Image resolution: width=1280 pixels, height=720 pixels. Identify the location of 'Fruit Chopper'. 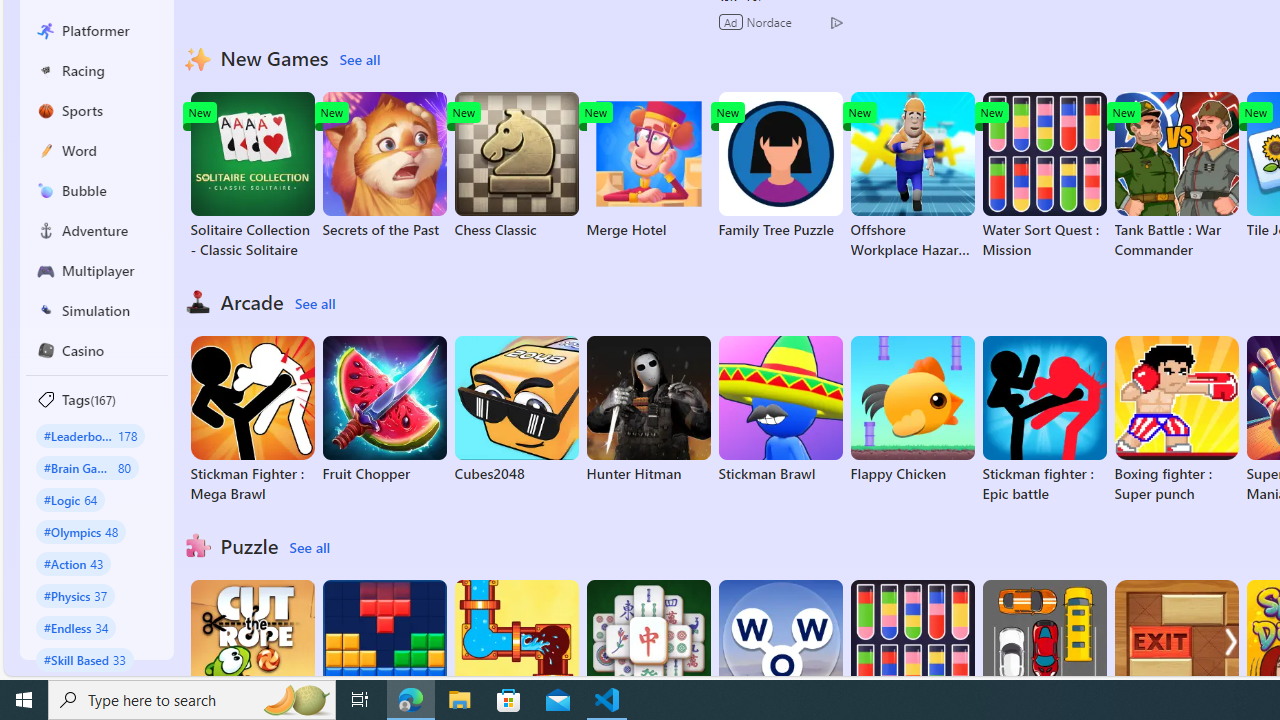
(384, 409).